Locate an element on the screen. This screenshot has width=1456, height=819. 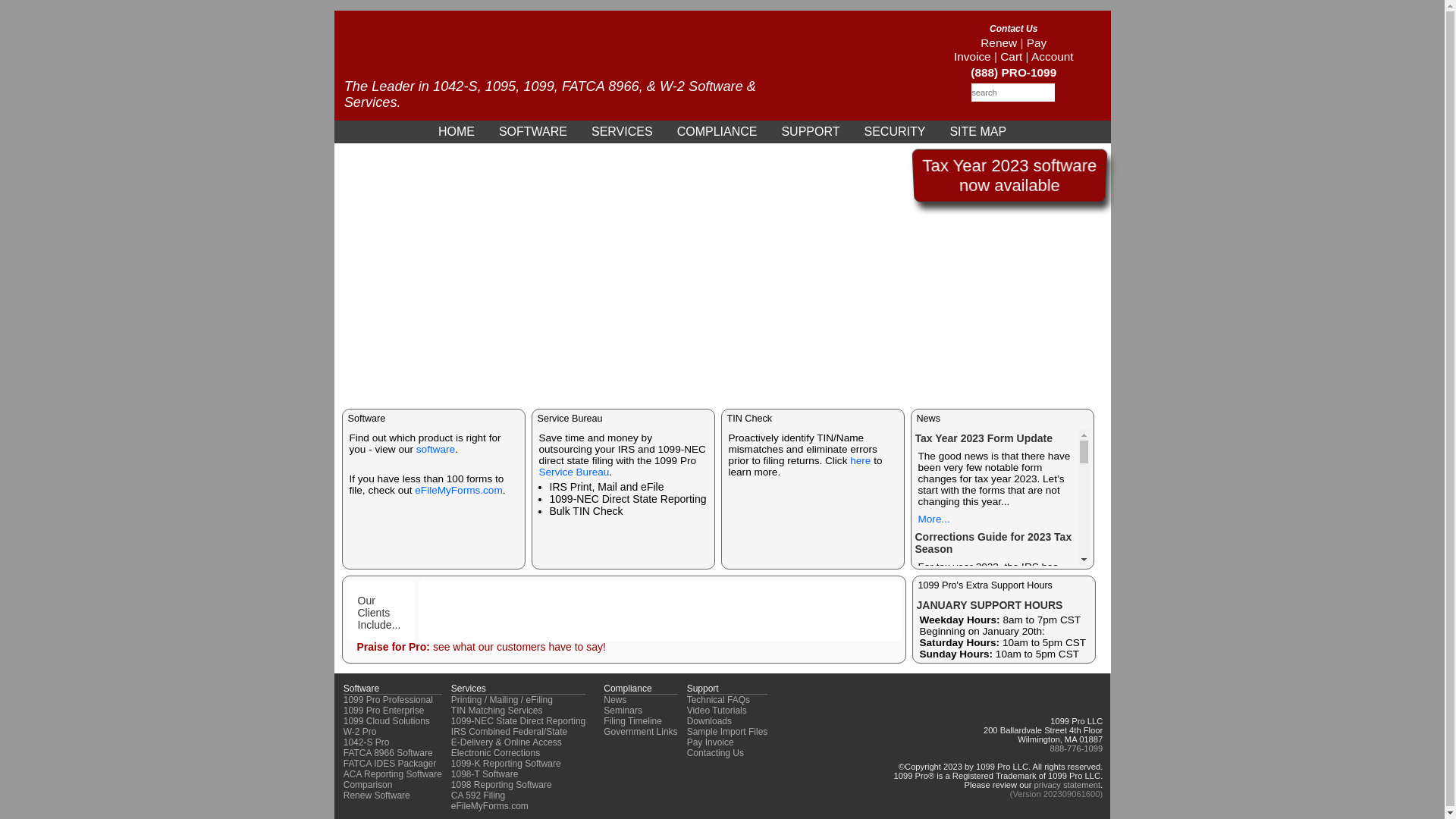
'Filing Timeline' is located at coordinates (603, 720).